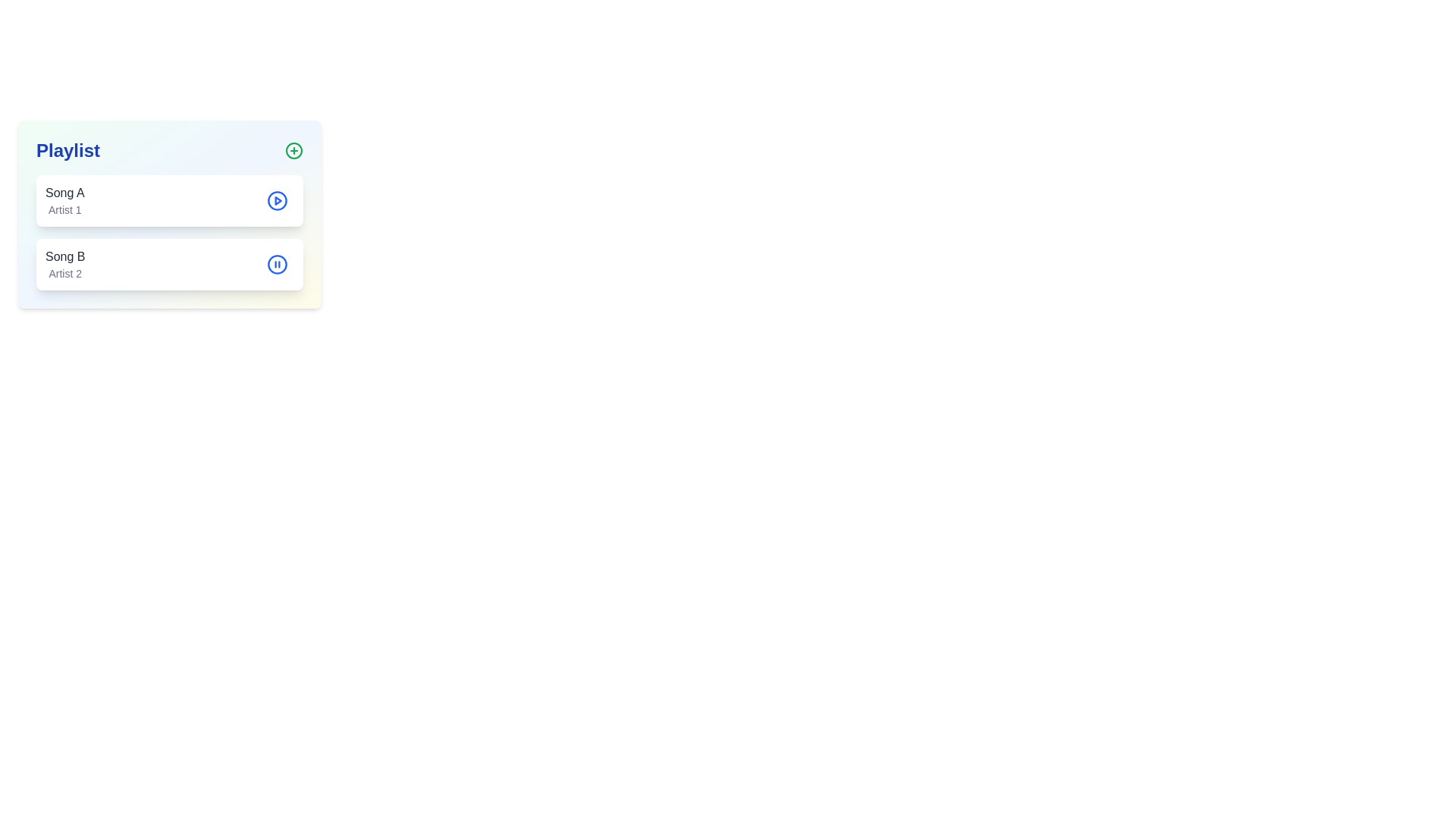  What do you see at coordinates (277, 199) in the screenshot?
I see `the blue outlined circular play icon associated with the first item in the playlist (Song A, Artist 1)` at bounding box center [277, 199].